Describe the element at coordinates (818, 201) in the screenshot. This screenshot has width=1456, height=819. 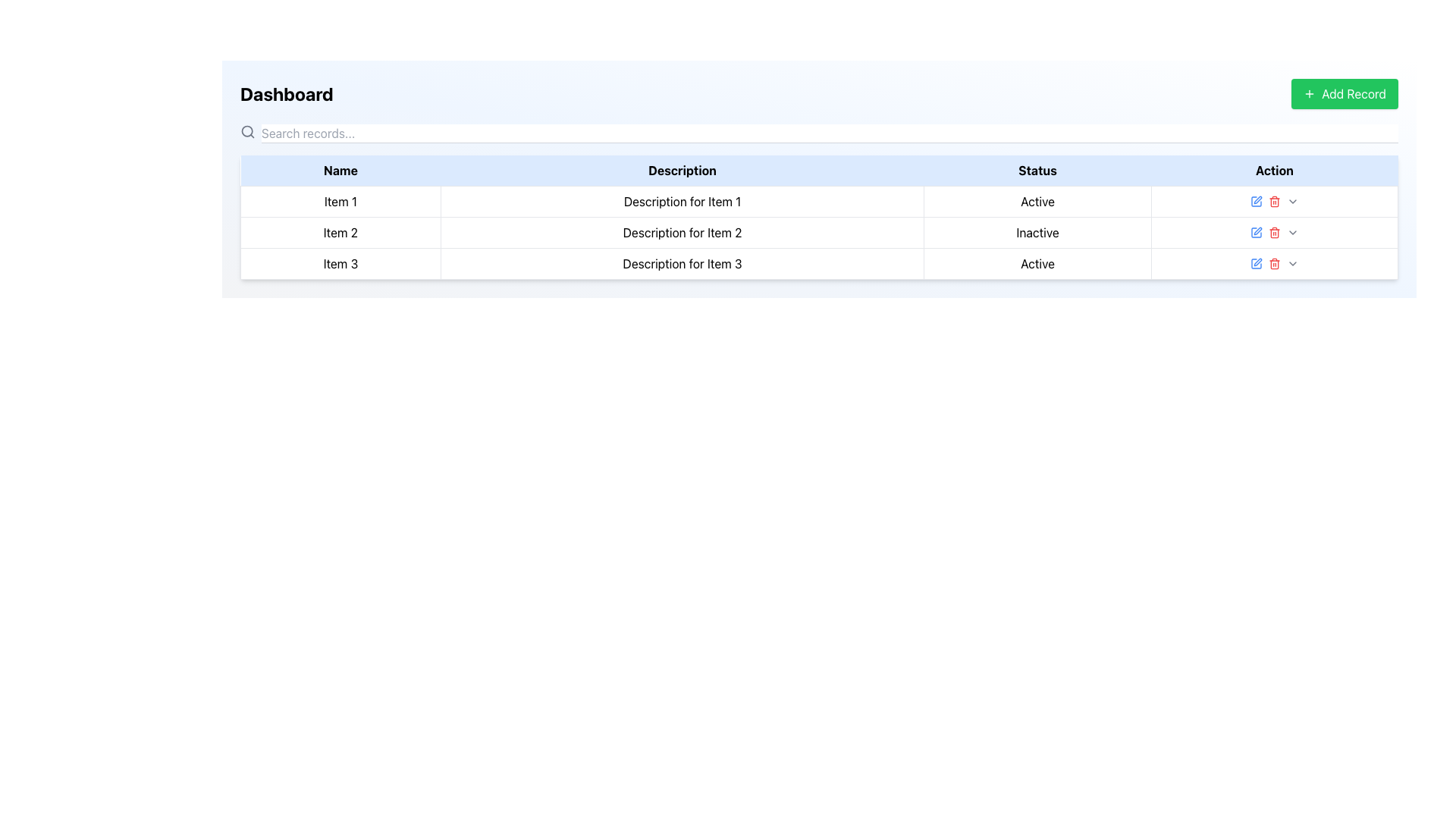
I see `the first row of the data table representing 'Item 1'` at that location.